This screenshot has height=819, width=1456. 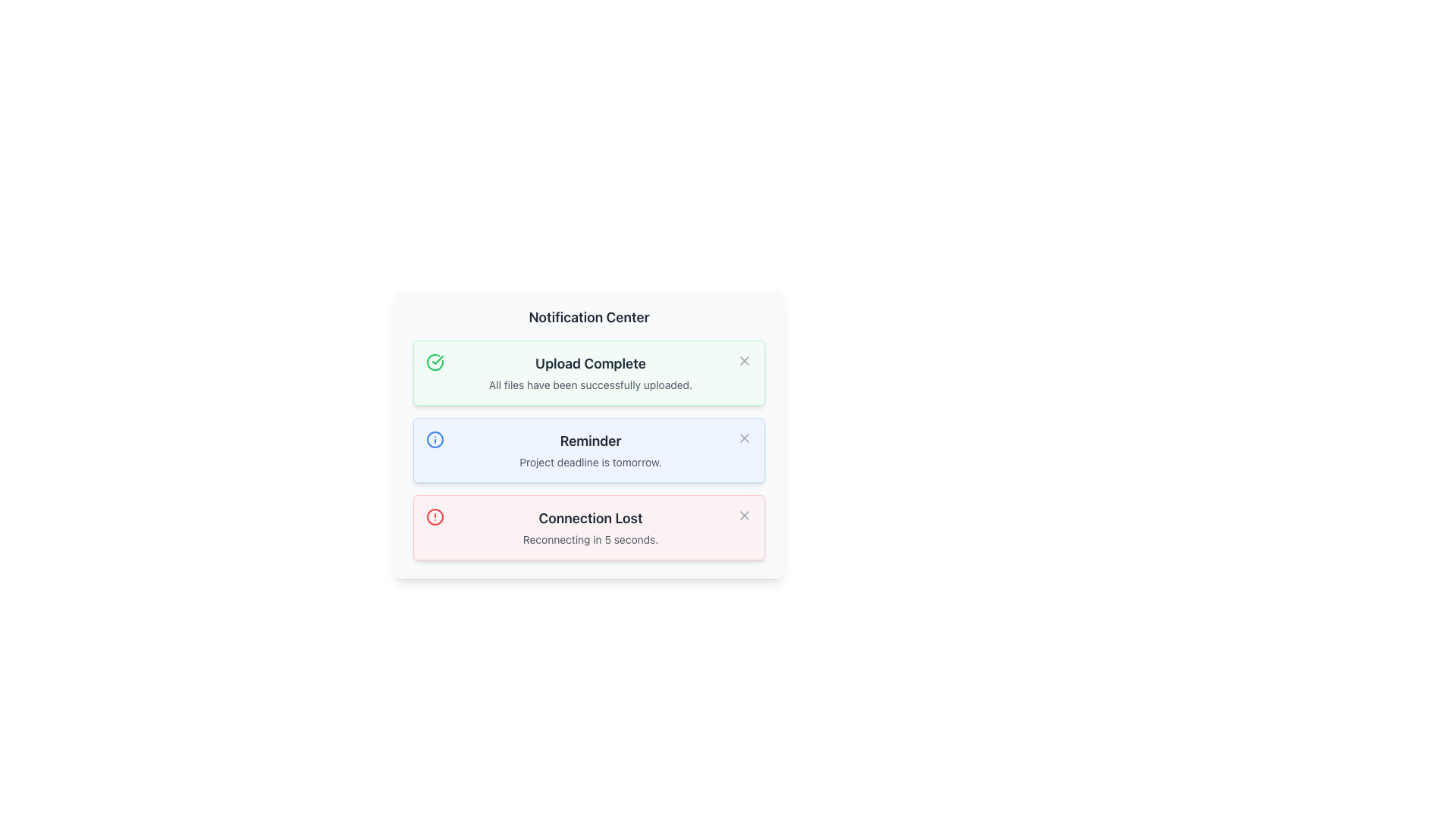 I want to click on the close icon in the top-right corner of the 'Upload Complete' notification box, so click(x=745, y=360).